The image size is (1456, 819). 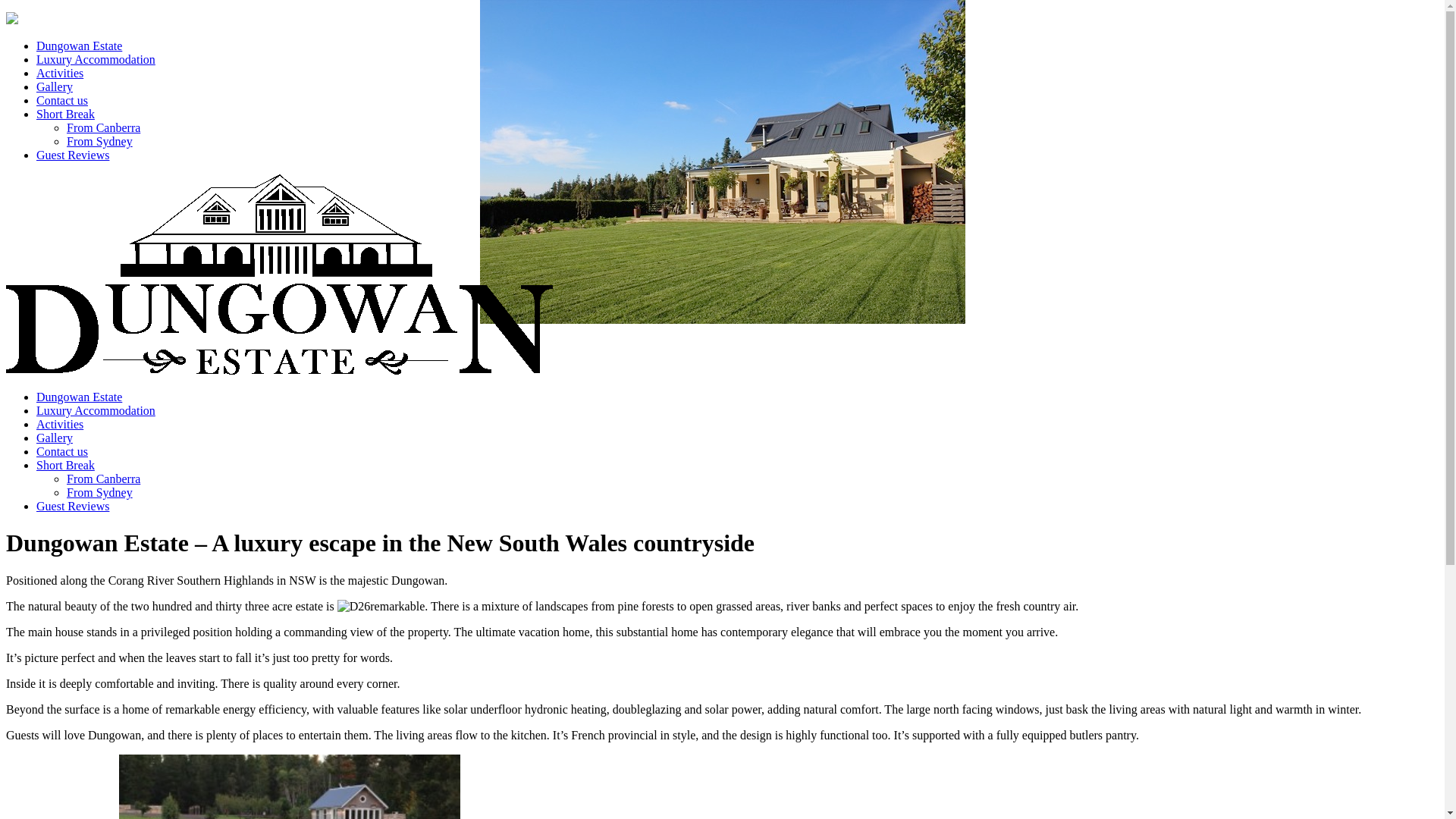 I want to click on 'Dungowan Estate', so click(x=36, y=396).